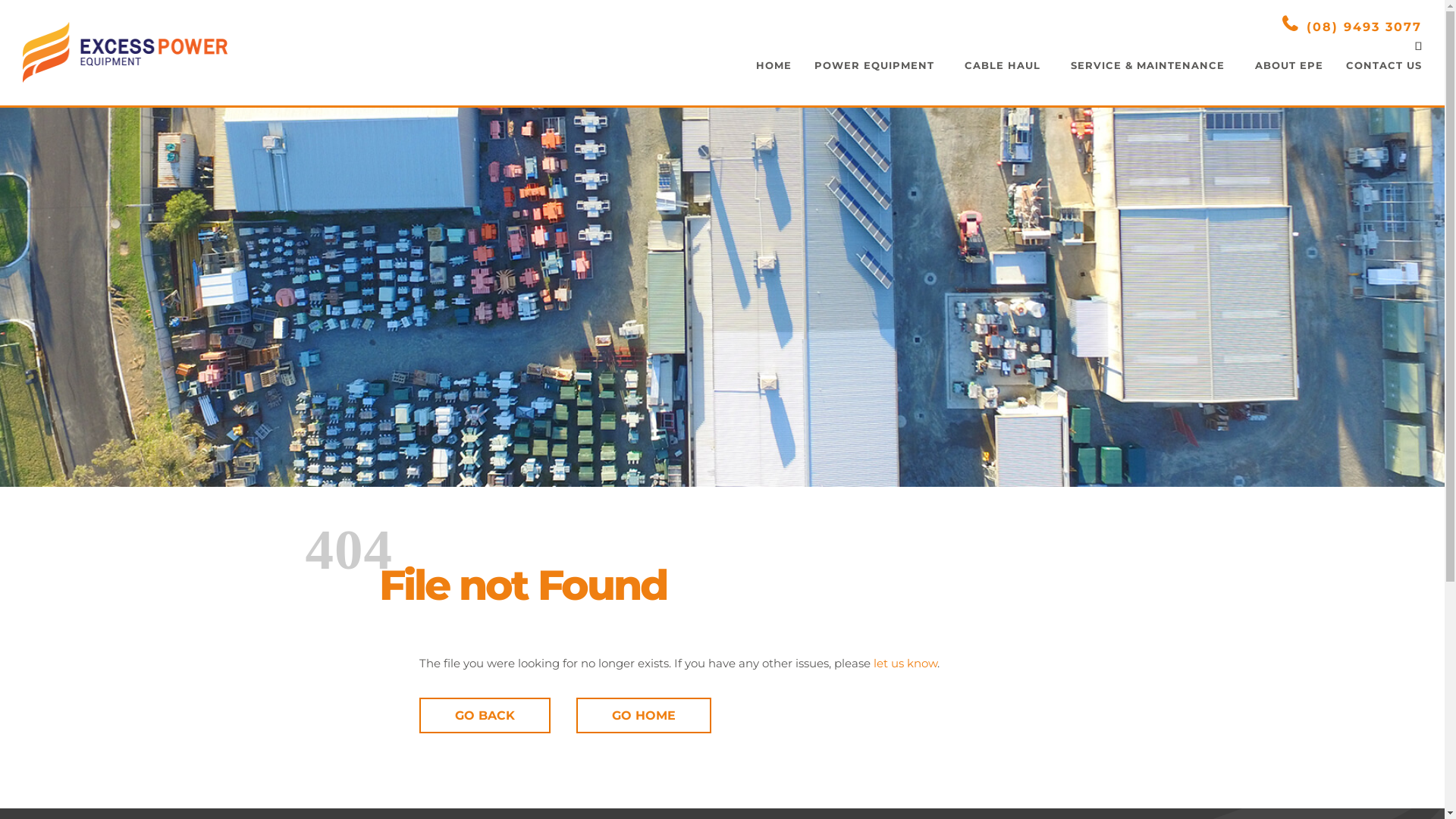 The image size is (1456, 819). What do you see at coordinates (1281, 26) in the screenshot?
I see `'(08) 9493 3077'` at bounding box center [1281, 26].